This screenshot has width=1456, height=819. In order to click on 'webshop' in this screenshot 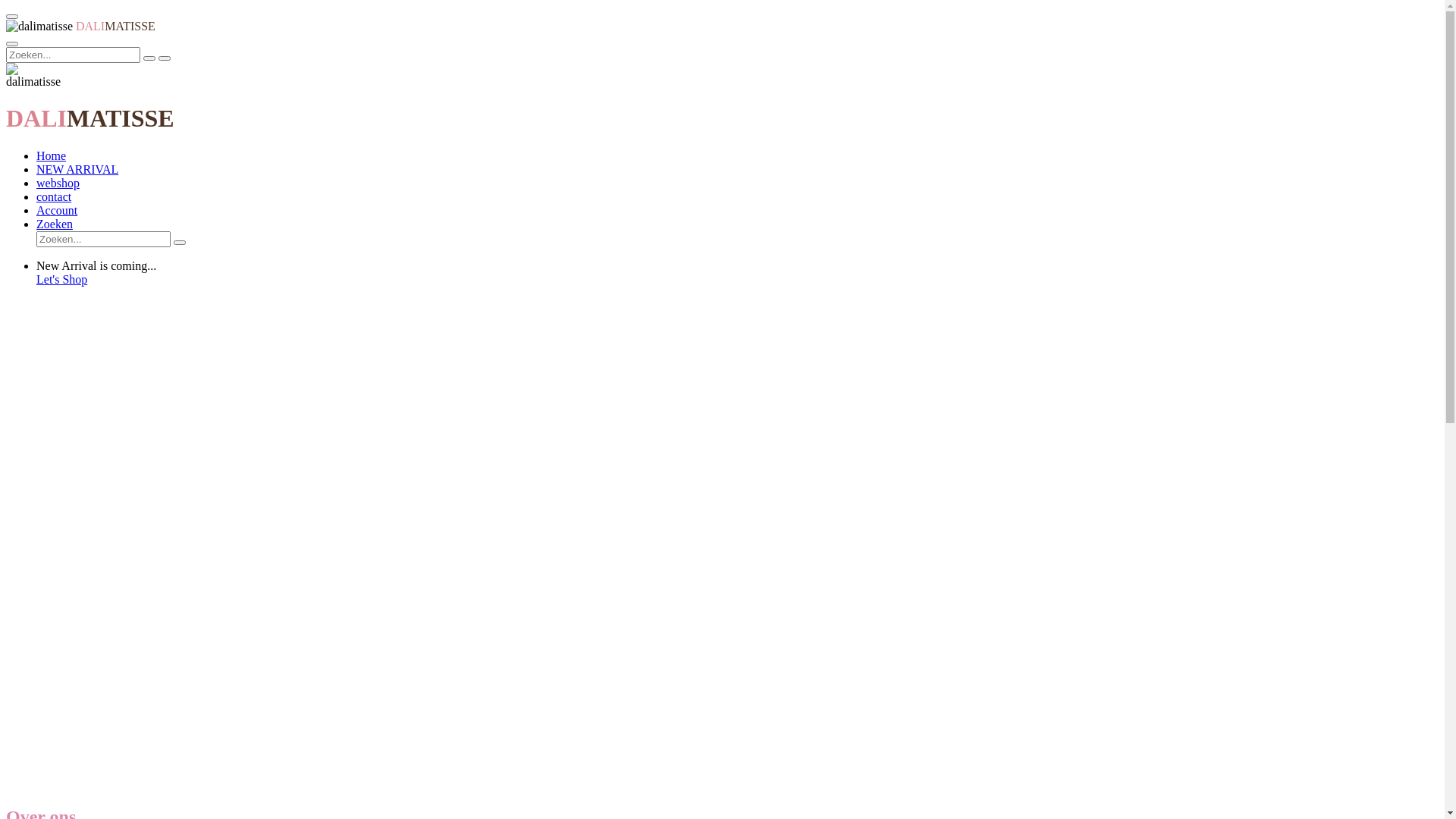, I will do `click(58, 182)`.